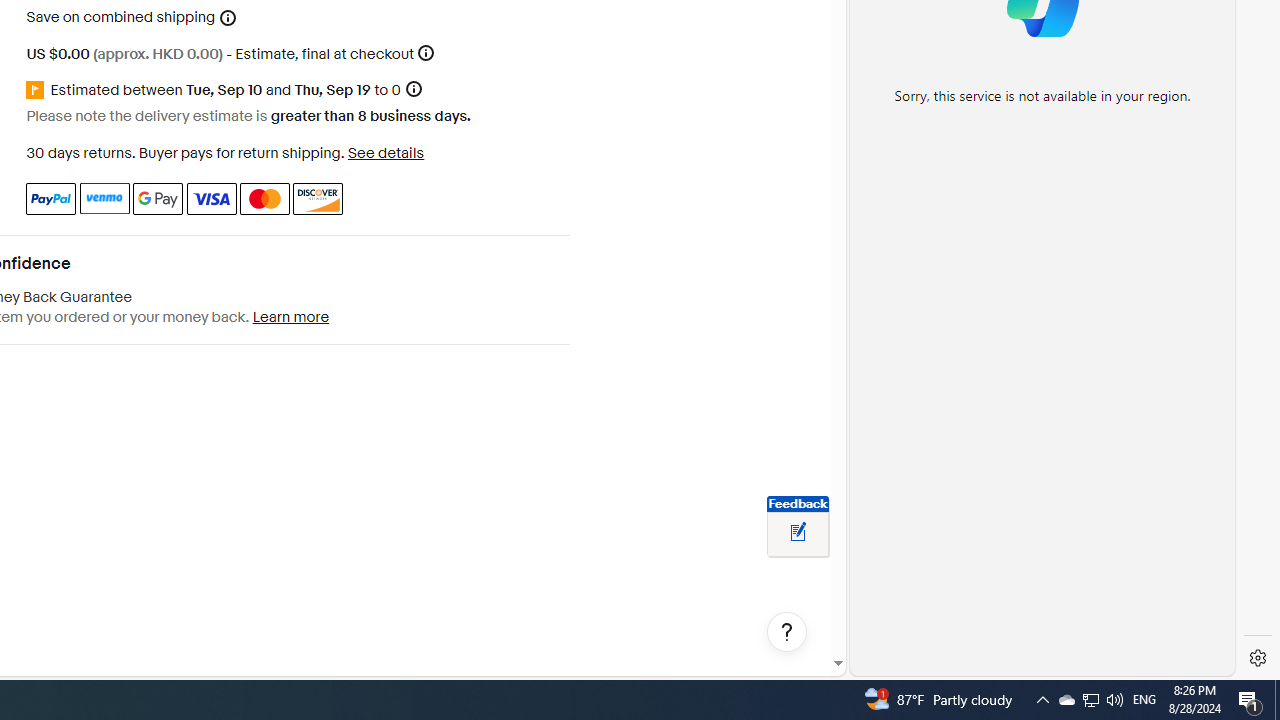 This screenshot has height=720, width=1280. Describe the element at coordinates (263, 198) in the screenshot. I see `'Master Card'` at that location.